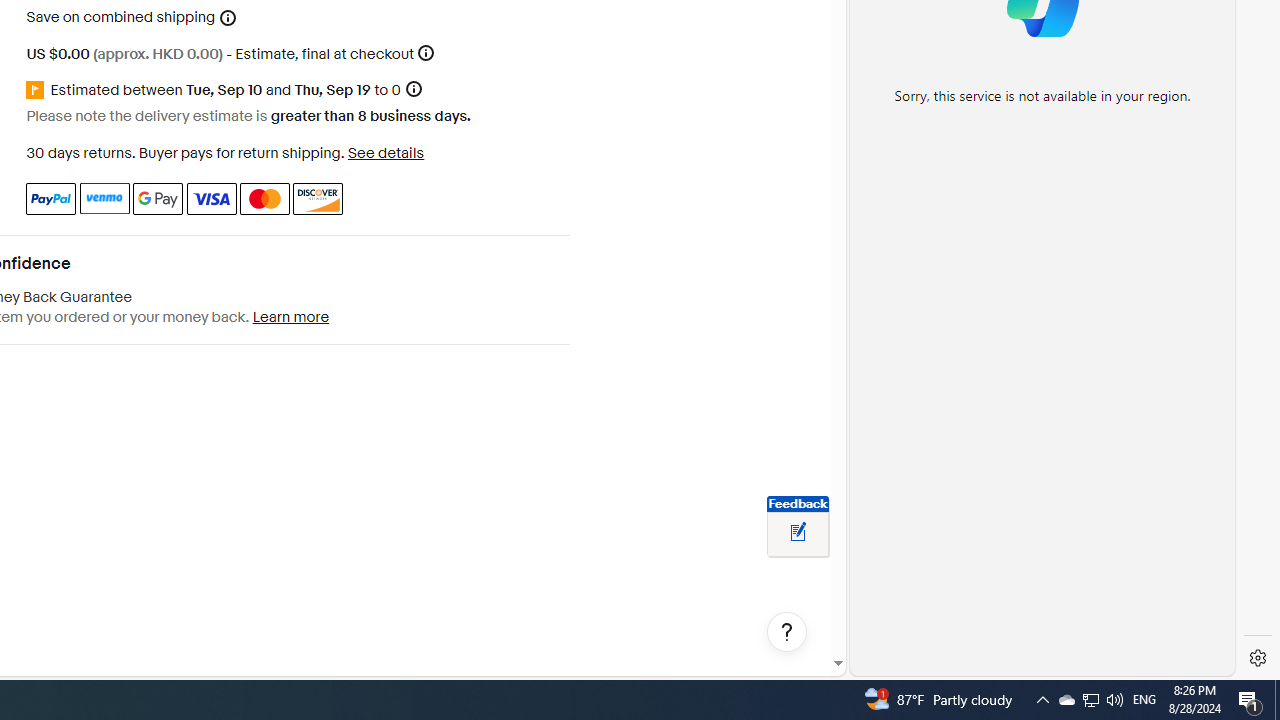 This screenshot has height=720, width=1280. Describe the element at coordinates (263, 198) in the screenshot. I see `'Master Card'` at that location.